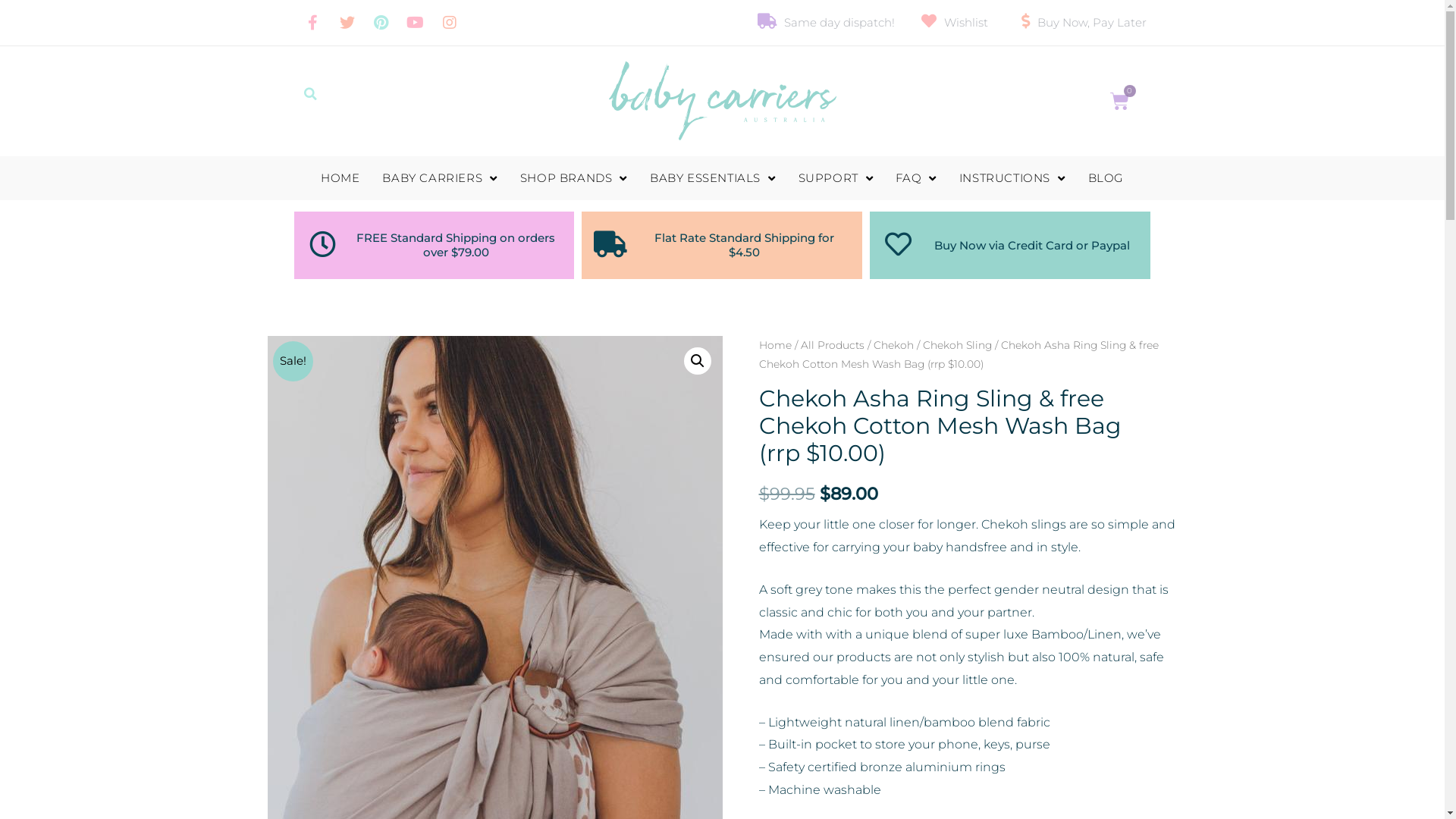 This screenshot has height=819, width=1456. I want to click on 'Buy Now, Pay Later', so click(1078, 23).